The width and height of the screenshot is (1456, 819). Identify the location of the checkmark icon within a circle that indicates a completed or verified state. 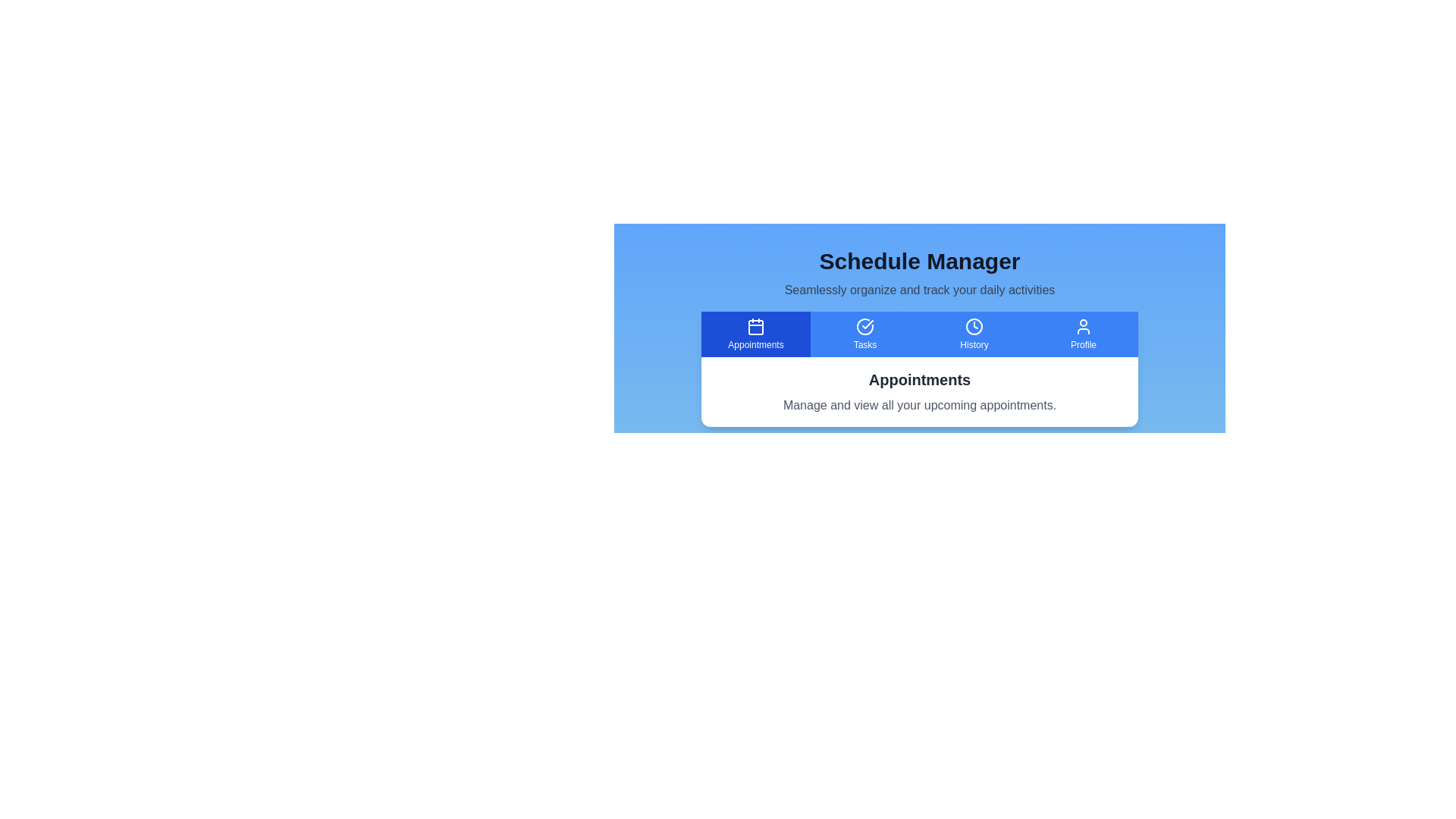
(868, 324).